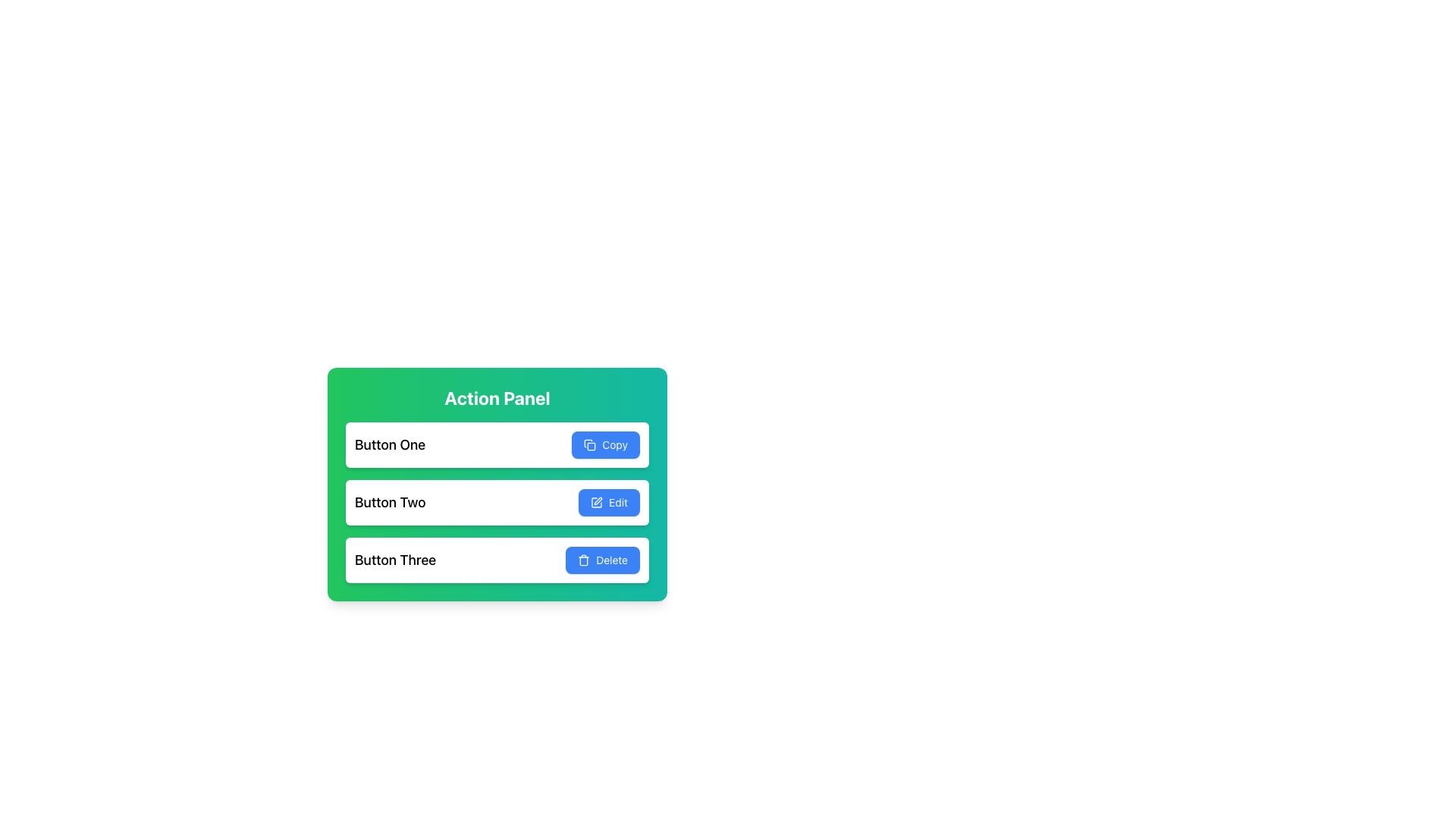  What do you see at coordinates (497, 485) in the screenshot?
I see `the second row labeled 'Button Two' in the Action Panel` at bounding box center [497, 485].